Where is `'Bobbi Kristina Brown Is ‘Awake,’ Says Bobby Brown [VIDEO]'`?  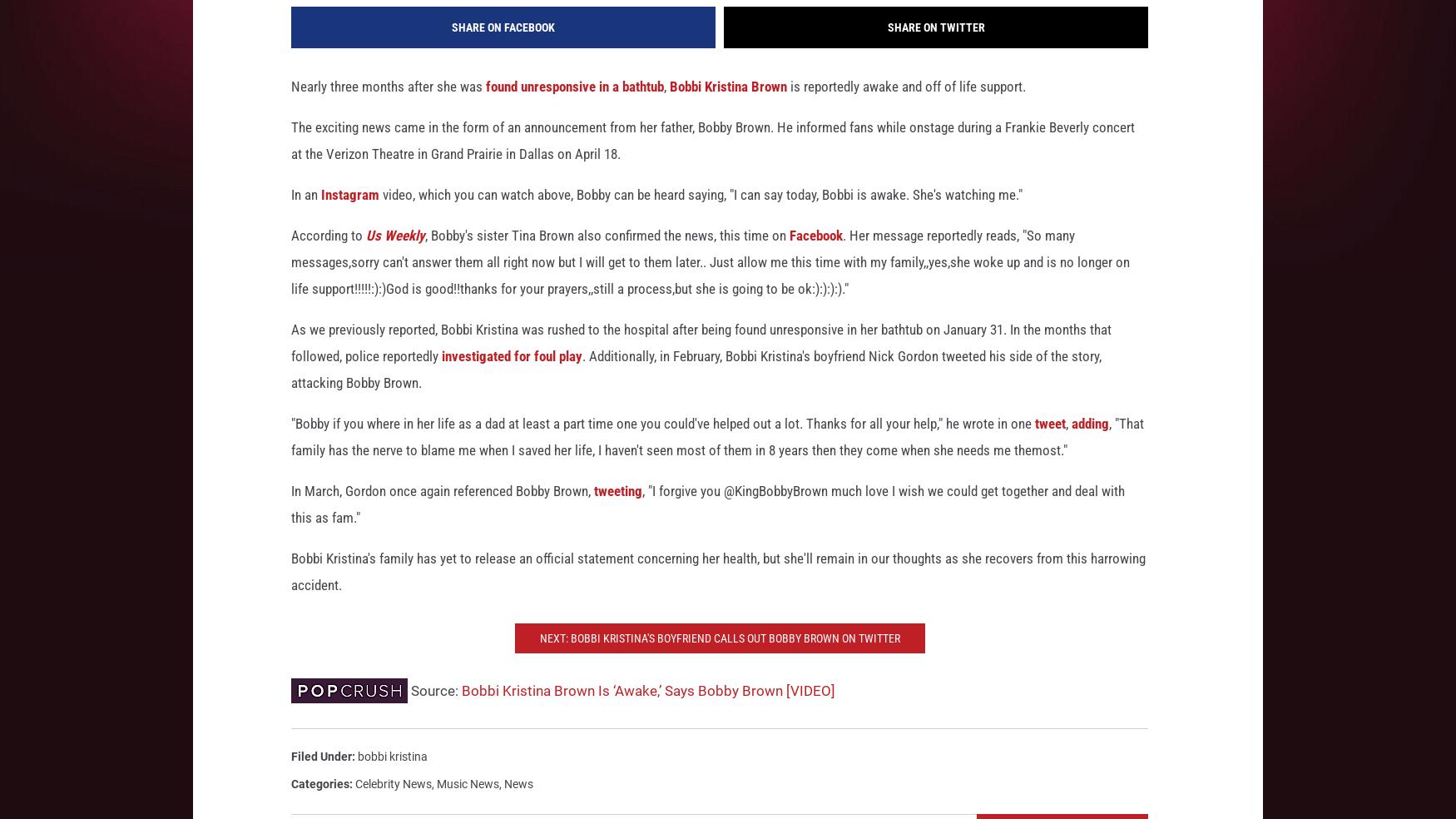 'Bobbi Kristina Brown Is ‘Awake,’ Says Bobby Brown [VIDEO]' is located at coordinates (647, 712).